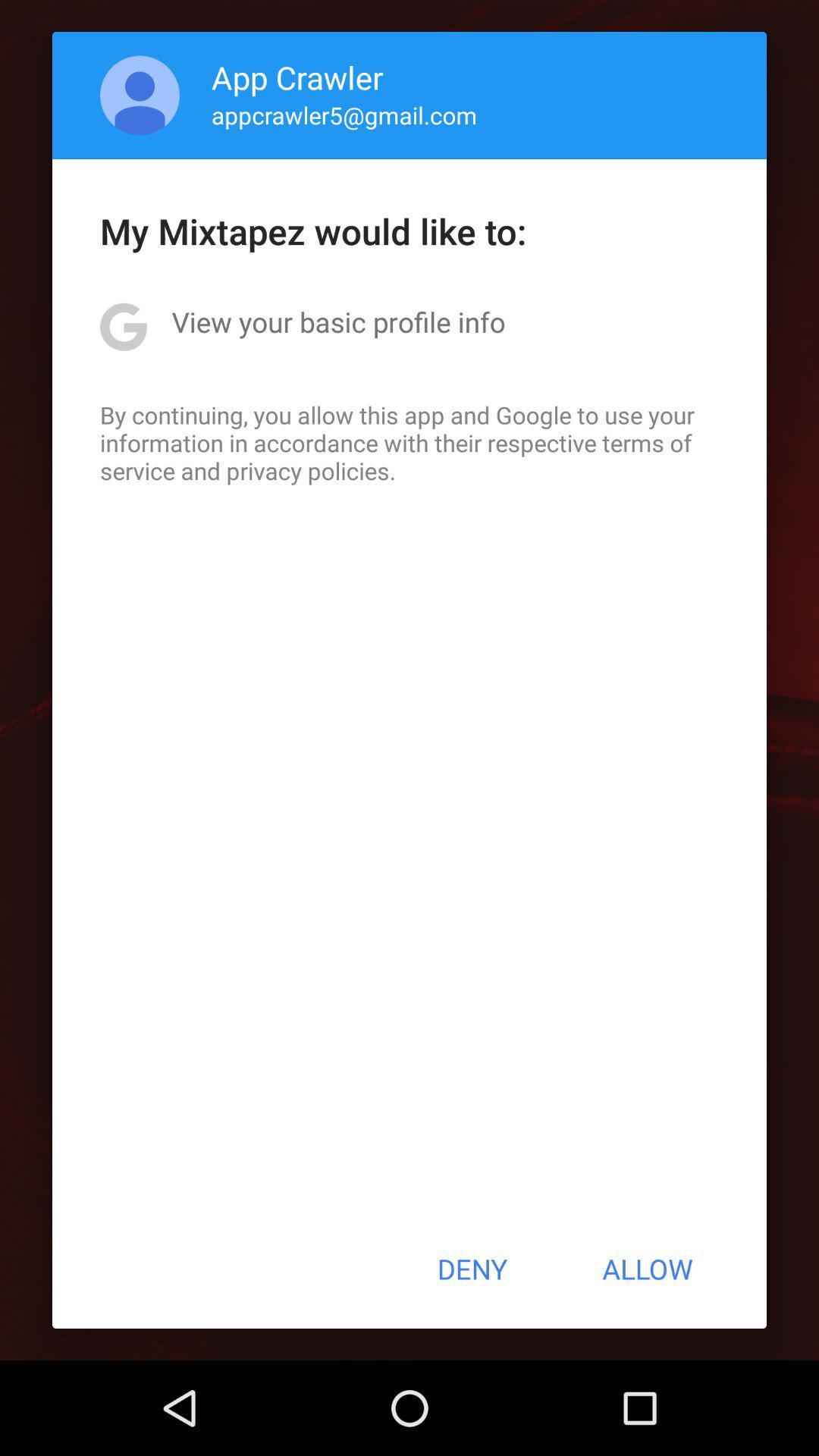 The height and width of the screenshot is (1456, 819). I want to click on the item above the my mixtapez would icon, so click(344, 114).